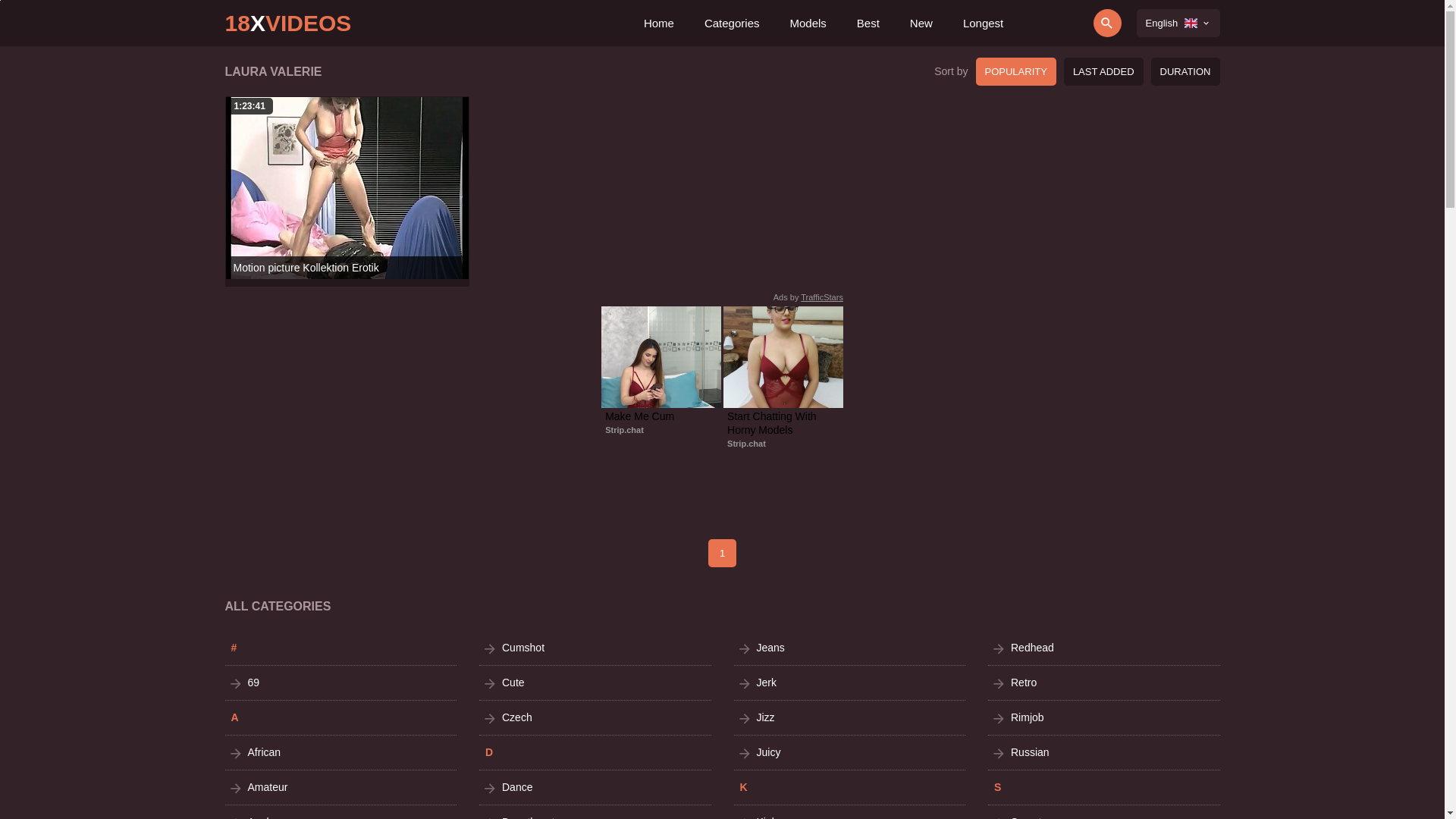  Describe the element at coordinates (661, 416) in the screenshot. I see `'Make Me Cum'` at that location.